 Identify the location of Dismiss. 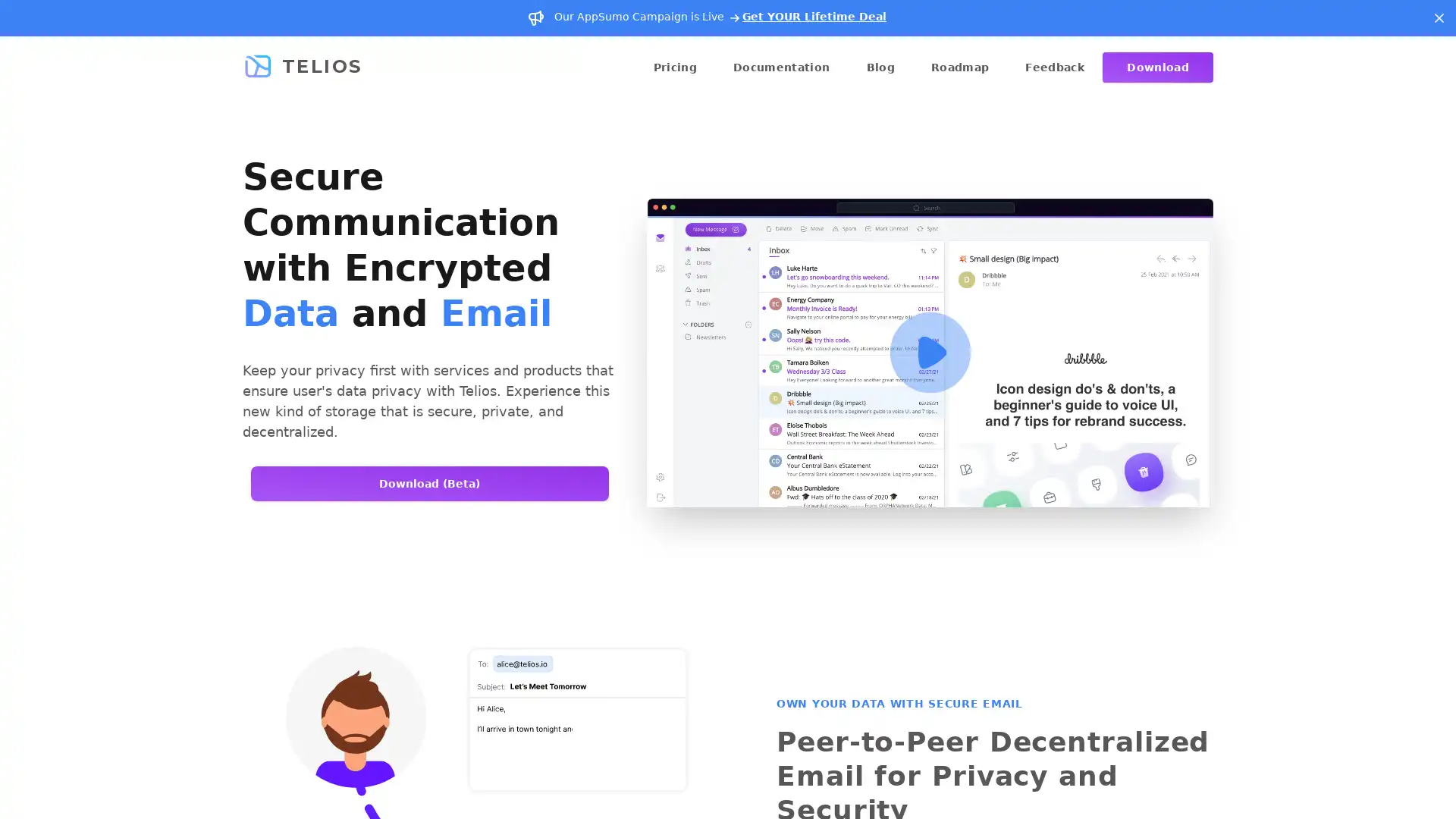
(1438, 17).